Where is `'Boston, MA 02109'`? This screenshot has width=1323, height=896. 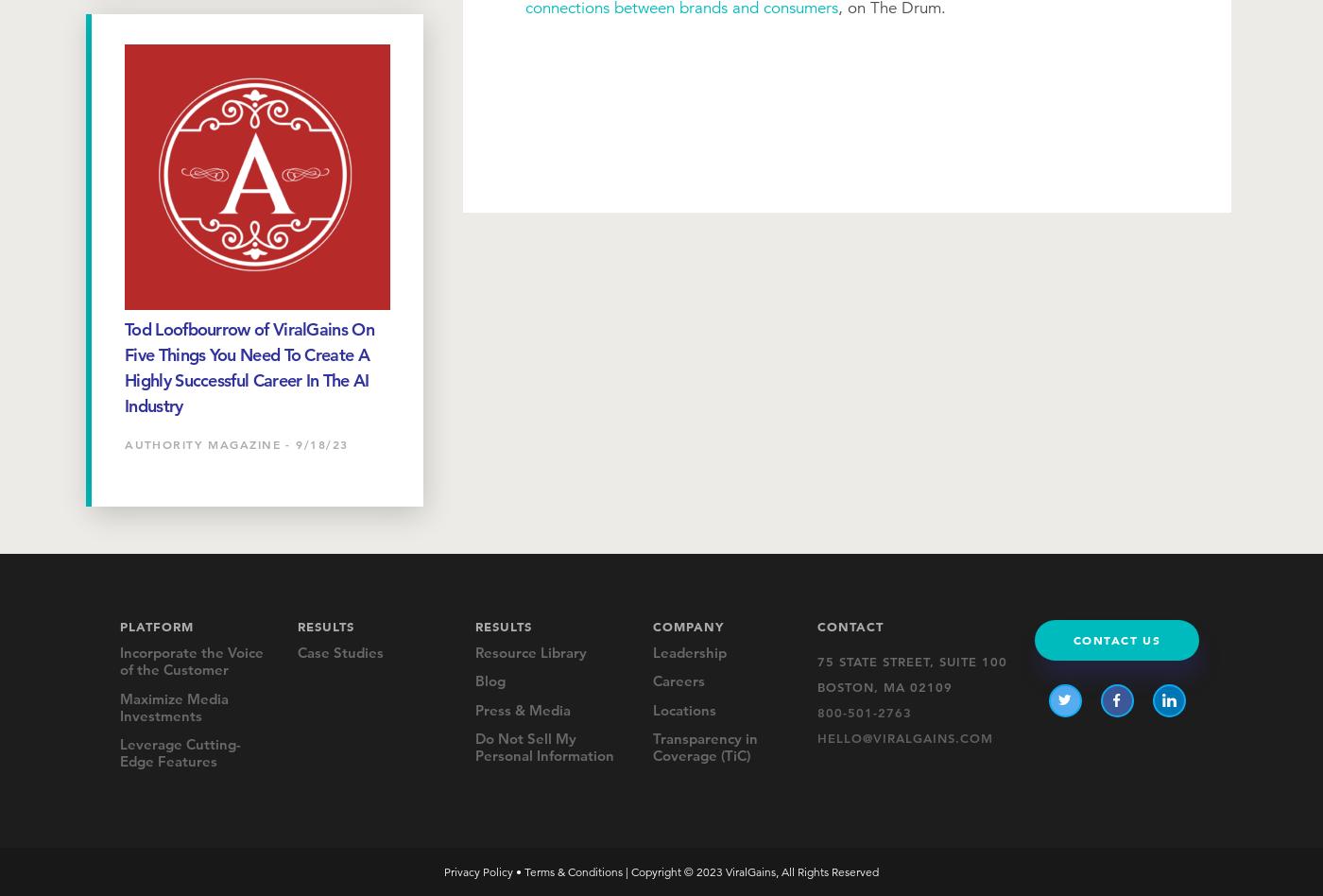
'Boston, MA 02109' is located at coordinates (883, 685).